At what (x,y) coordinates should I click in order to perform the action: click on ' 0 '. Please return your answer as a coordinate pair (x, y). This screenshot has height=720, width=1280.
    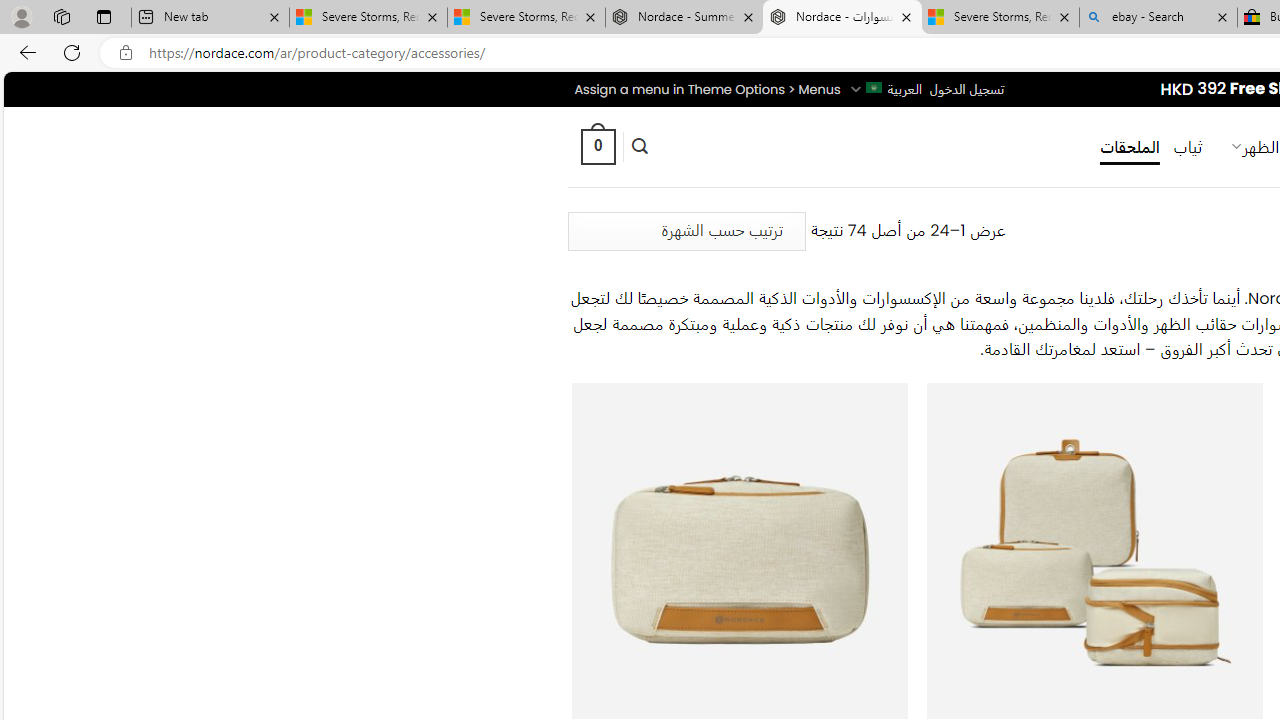
    Looking at the image, I should click on (596, 145).